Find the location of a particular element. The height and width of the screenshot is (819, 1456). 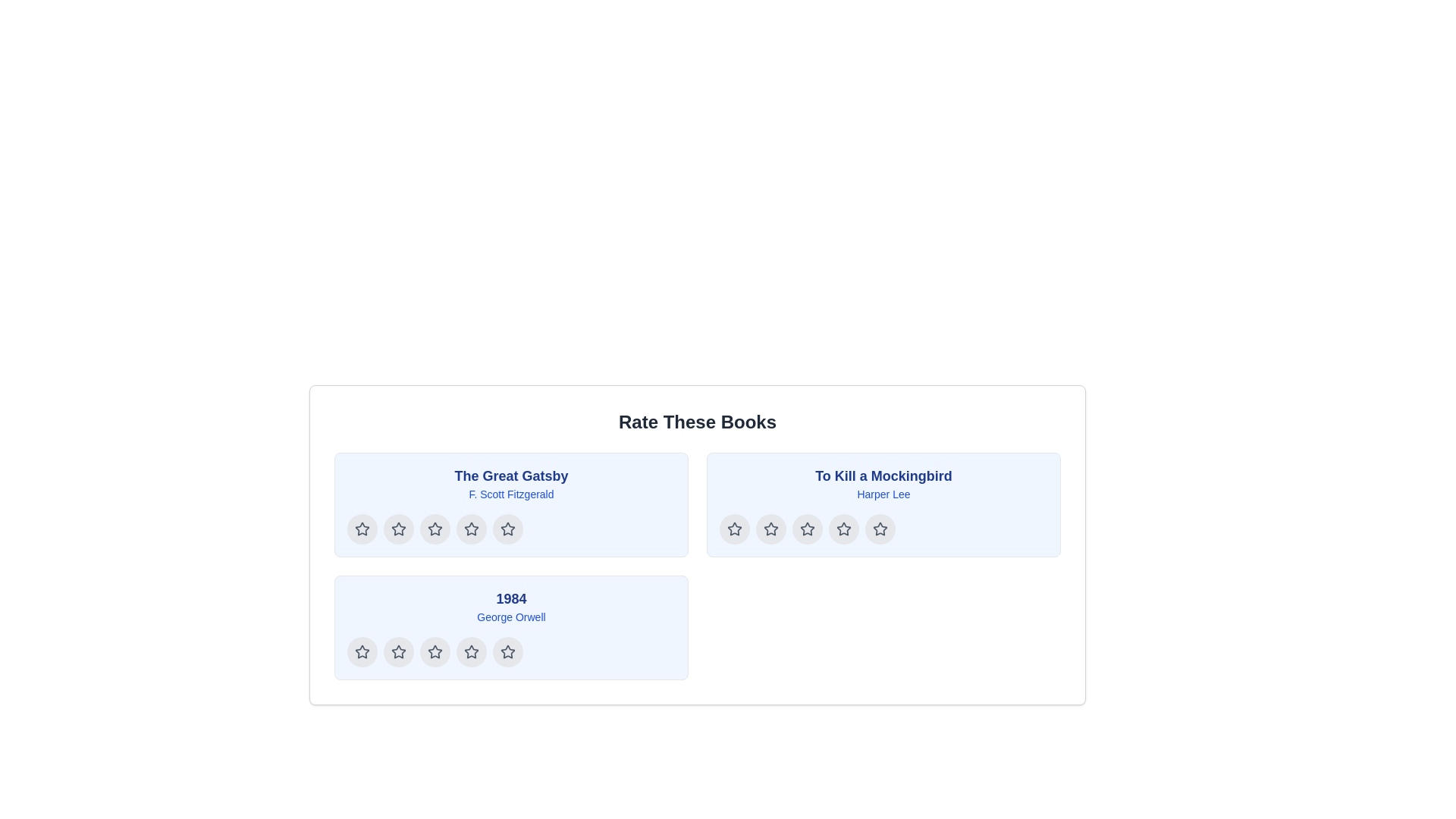

the fourth star icon within the gray circular area under 'The Great Gatsby' to rate the book is located at coordinates (508, 529).